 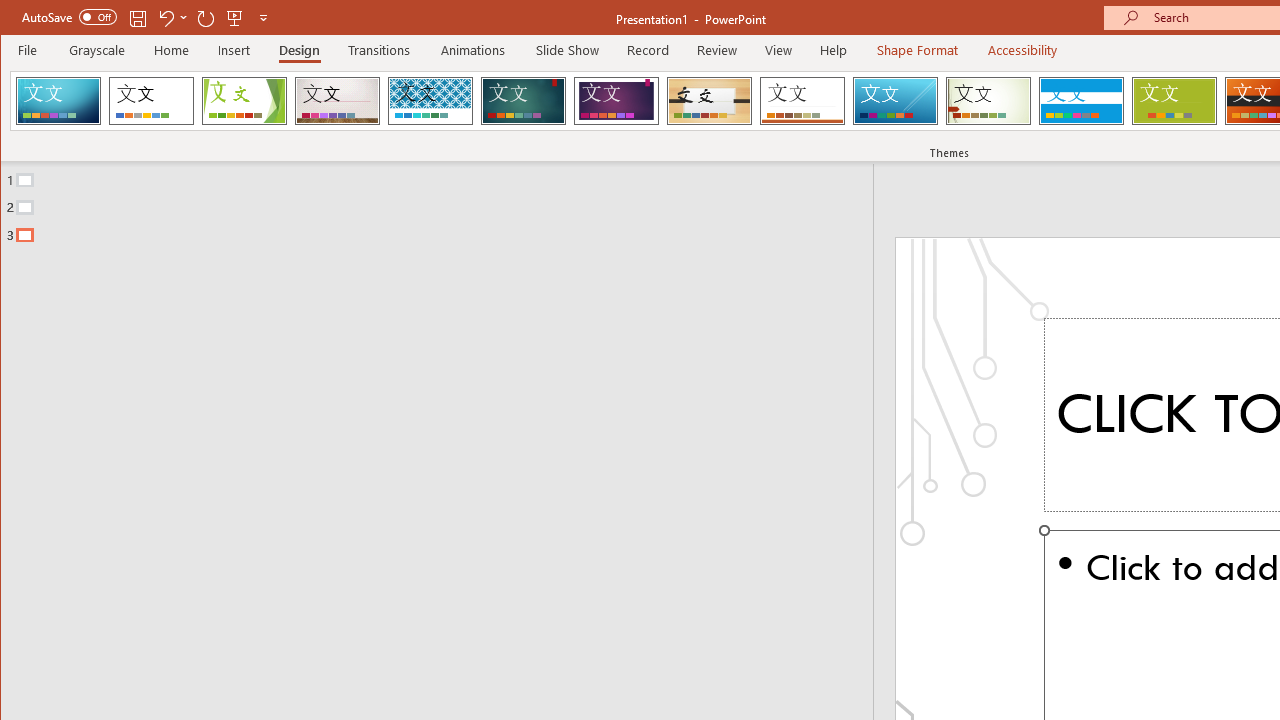 I want to click on 'Slice', so click(x=894, y=100).